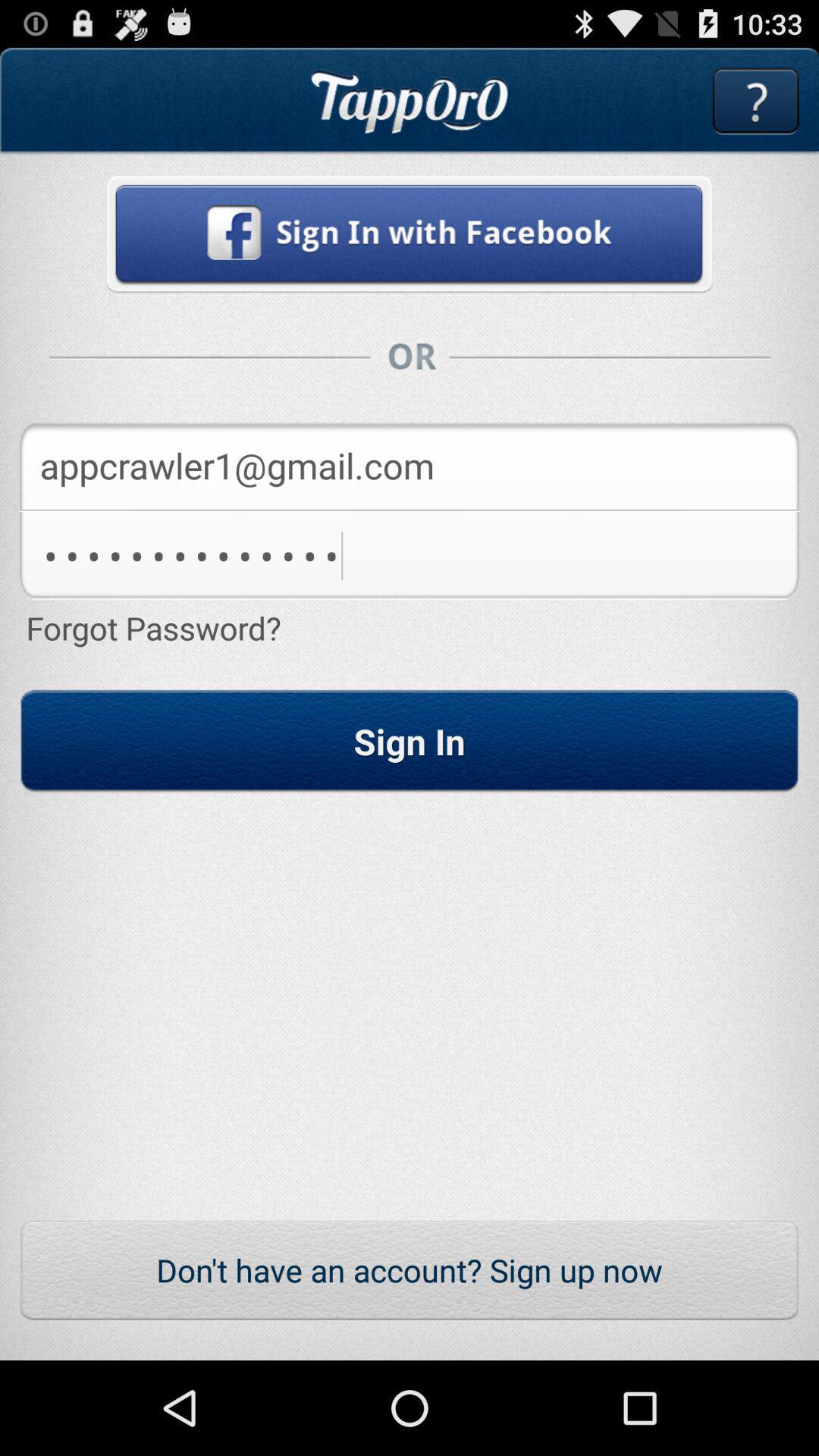  I want to click on help, so click(755, 100).